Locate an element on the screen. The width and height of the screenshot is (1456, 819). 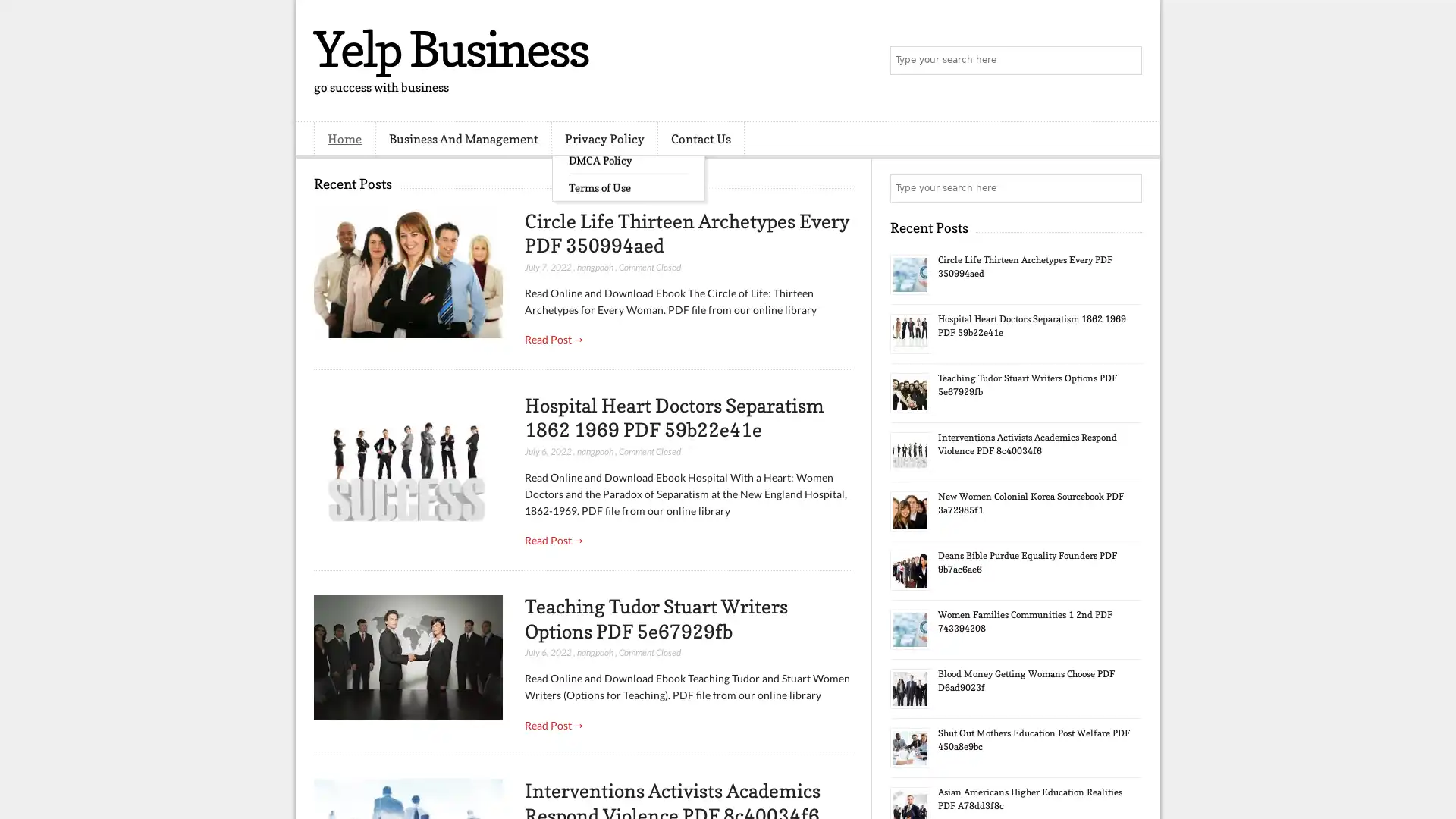
Search is located at coordinates (1126, 188).